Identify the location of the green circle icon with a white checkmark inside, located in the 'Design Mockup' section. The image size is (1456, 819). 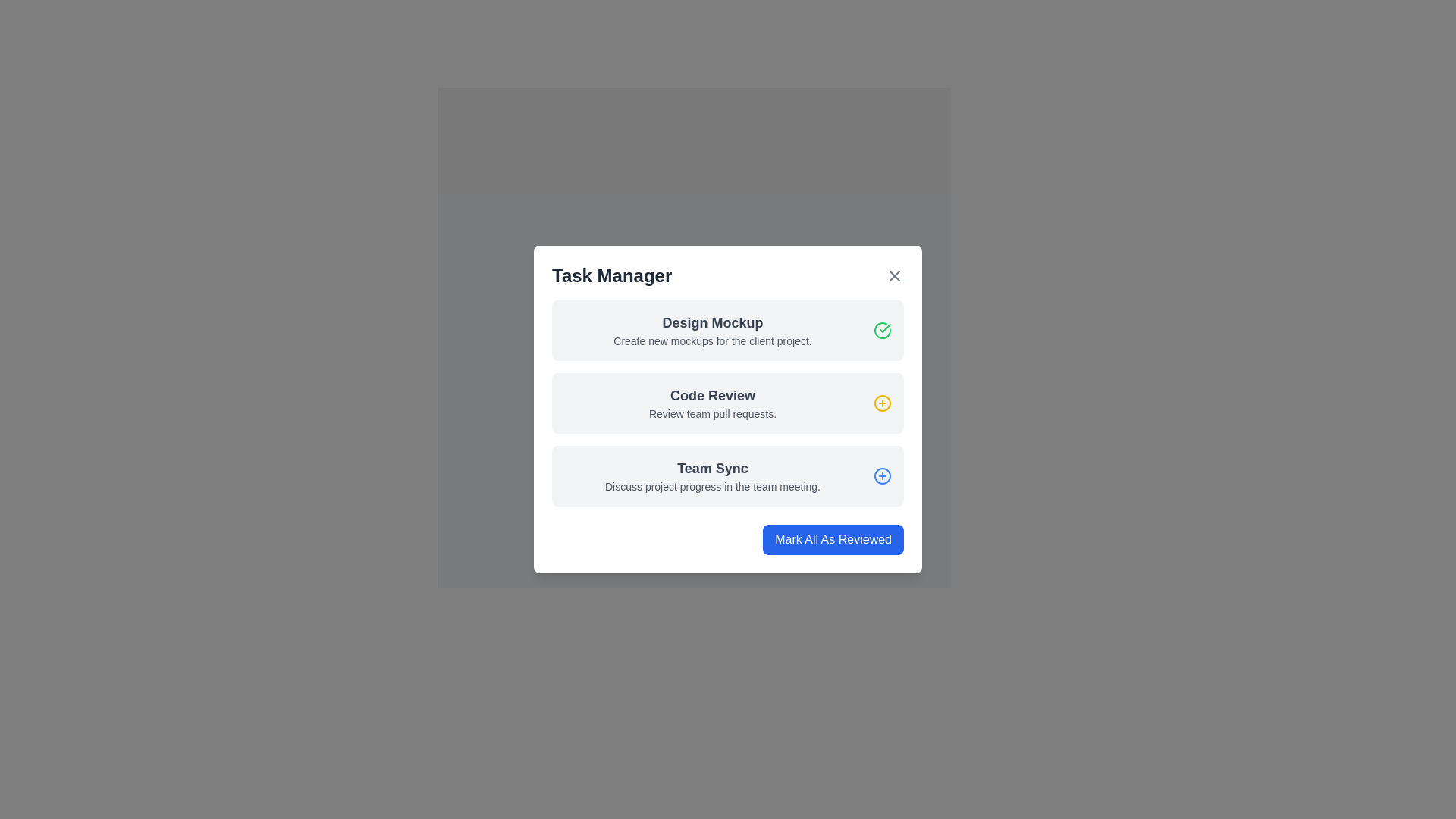
(882, 329).